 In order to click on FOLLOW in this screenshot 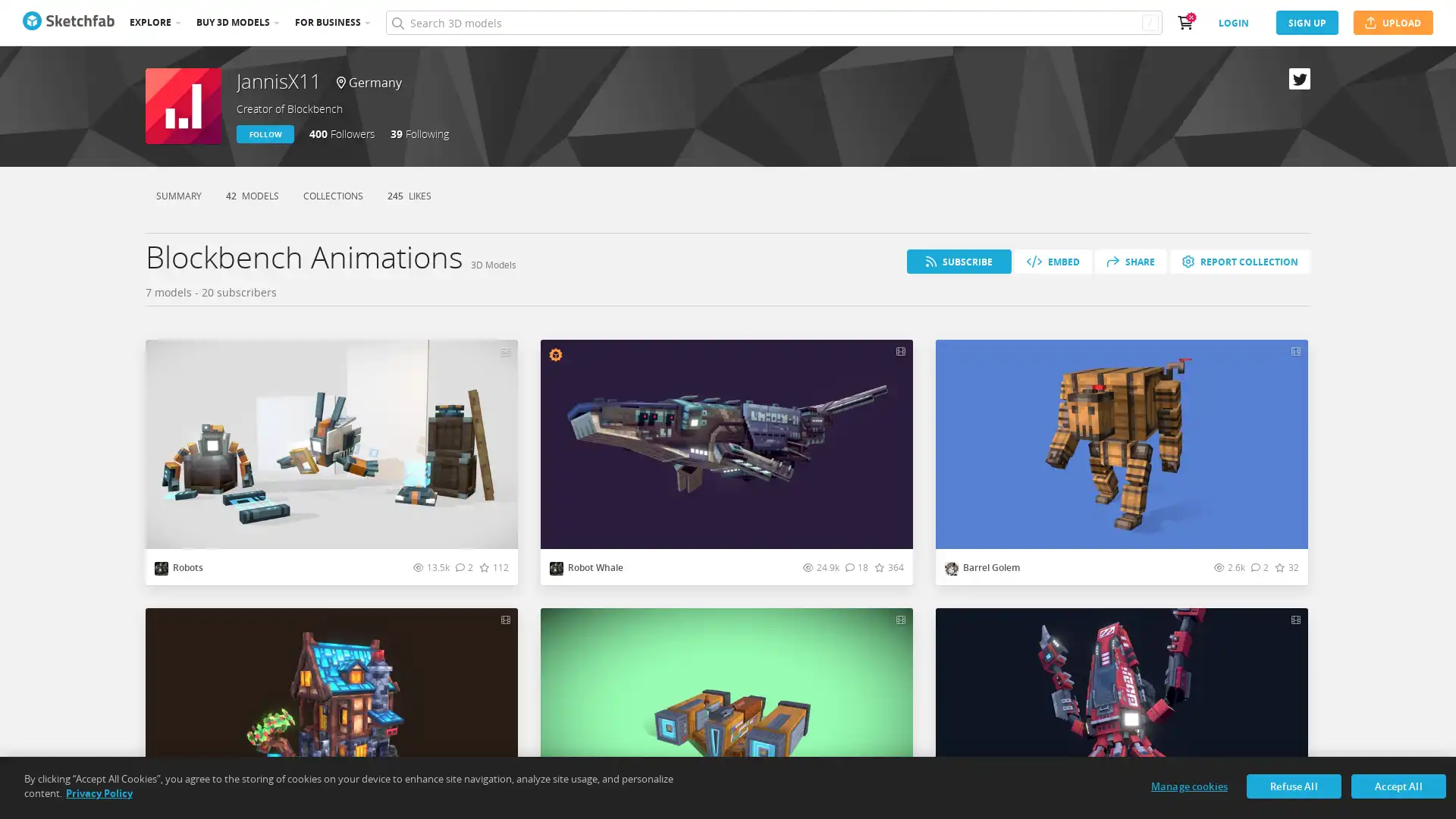, I will do `click(265, 133)`.